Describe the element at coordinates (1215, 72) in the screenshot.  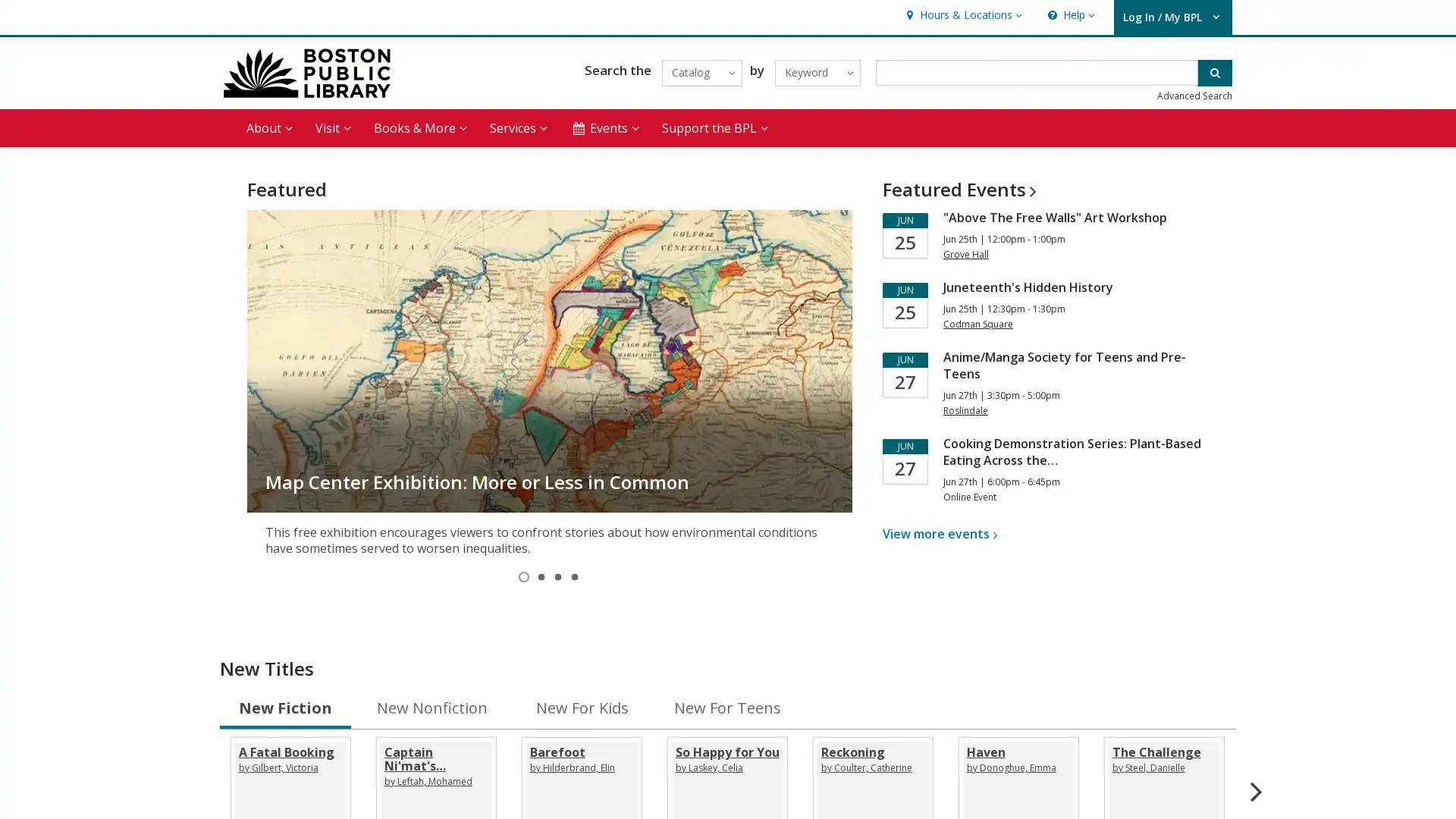
I see `Search` at that location.